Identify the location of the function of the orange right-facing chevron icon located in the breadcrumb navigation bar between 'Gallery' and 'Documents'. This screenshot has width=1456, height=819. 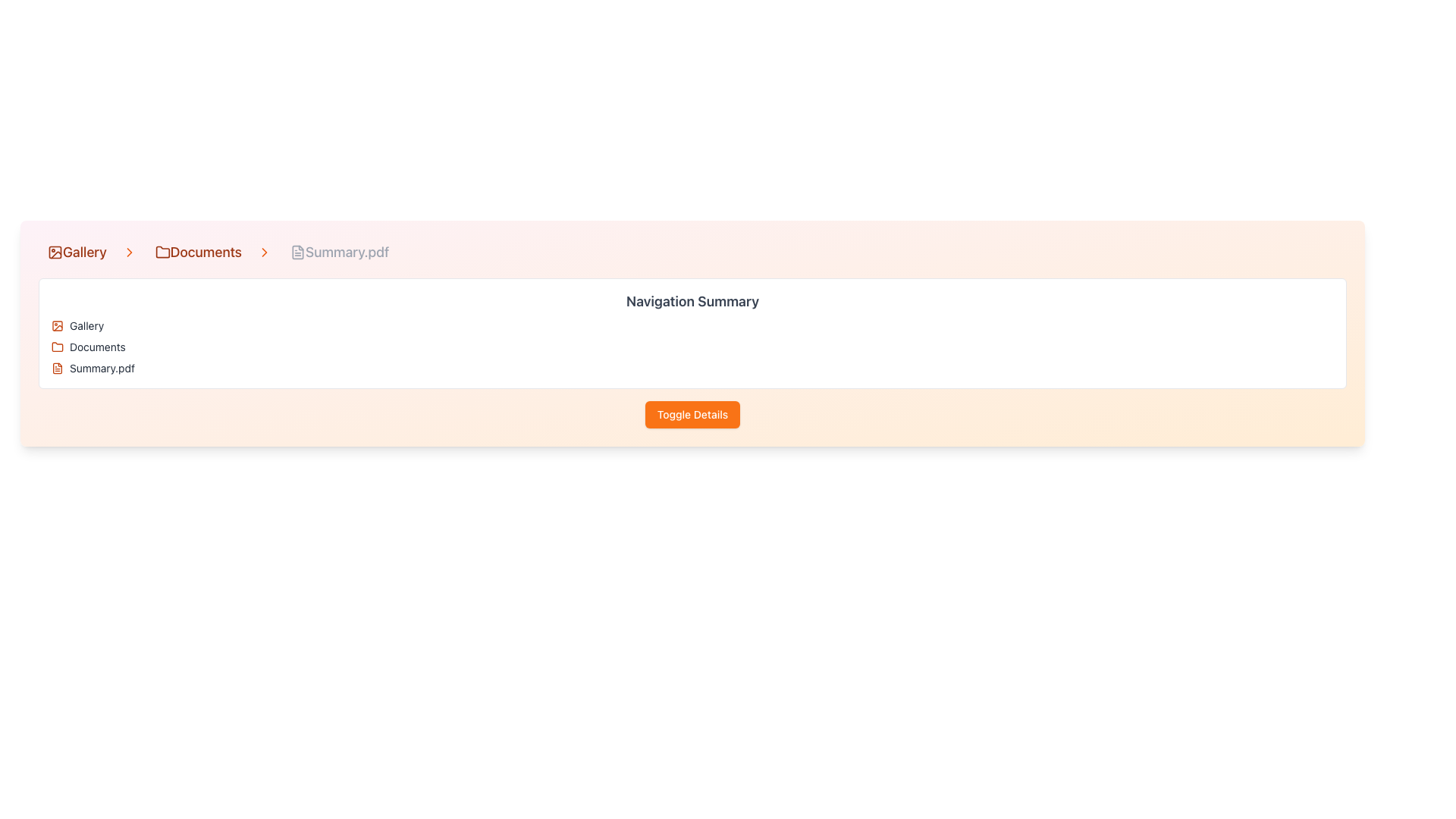
(129, 251).